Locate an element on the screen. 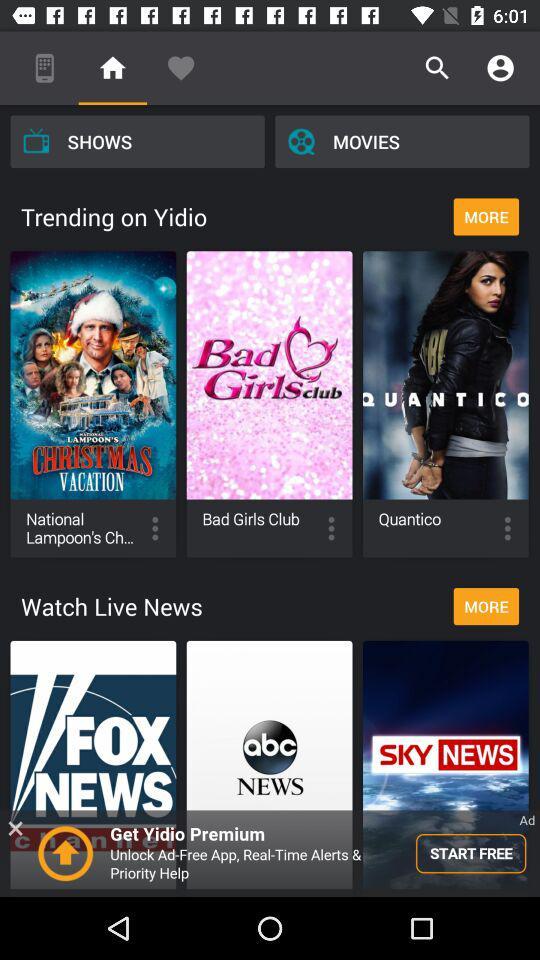 This screenshot has height=960, width=540. the icon above more is located at coordinates (402, 140).